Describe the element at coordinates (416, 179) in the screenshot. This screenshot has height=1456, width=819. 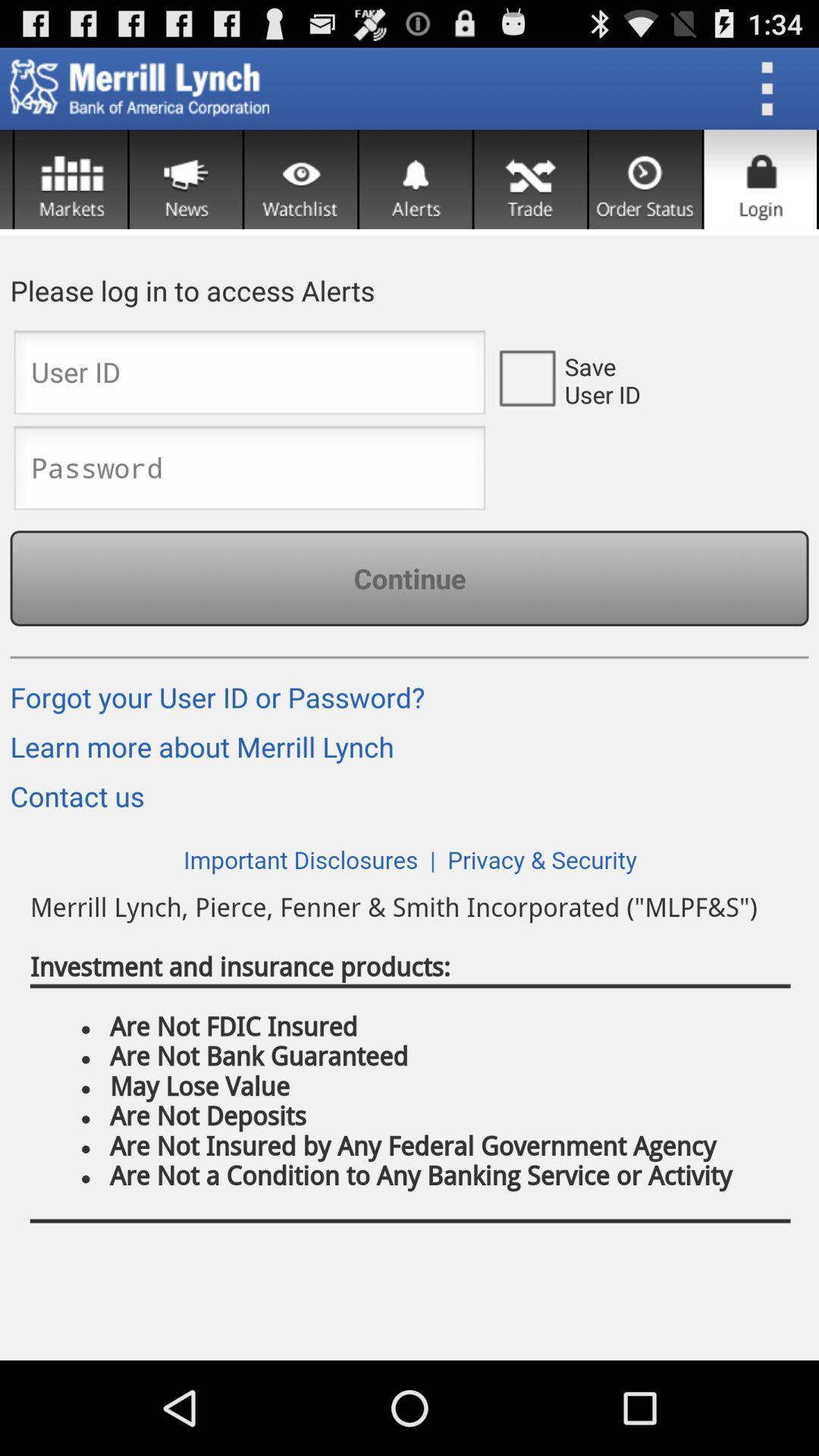
I see `alerts option` at that location.